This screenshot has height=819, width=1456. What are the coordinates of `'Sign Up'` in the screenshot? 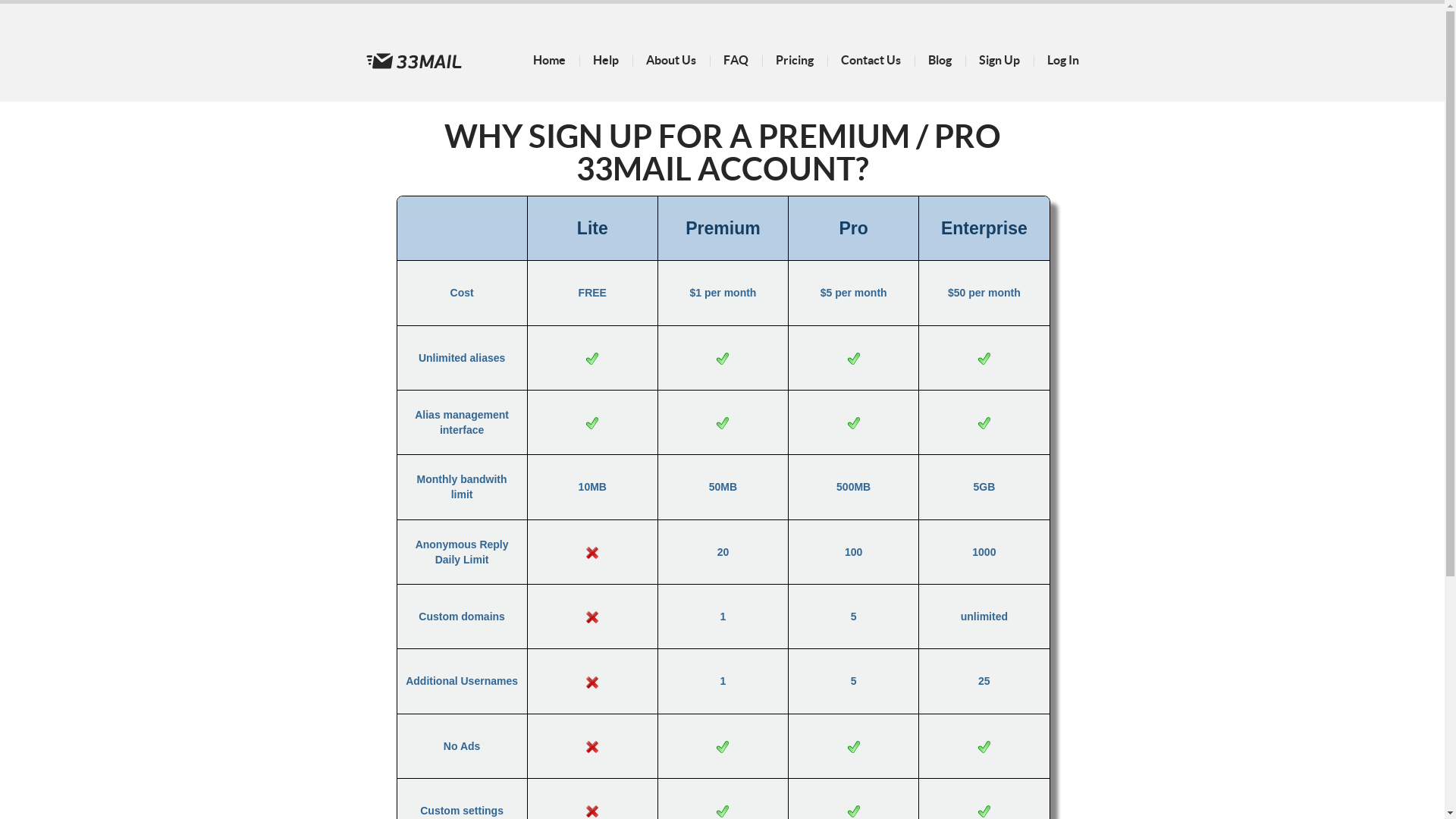 It's located at (998, 58).